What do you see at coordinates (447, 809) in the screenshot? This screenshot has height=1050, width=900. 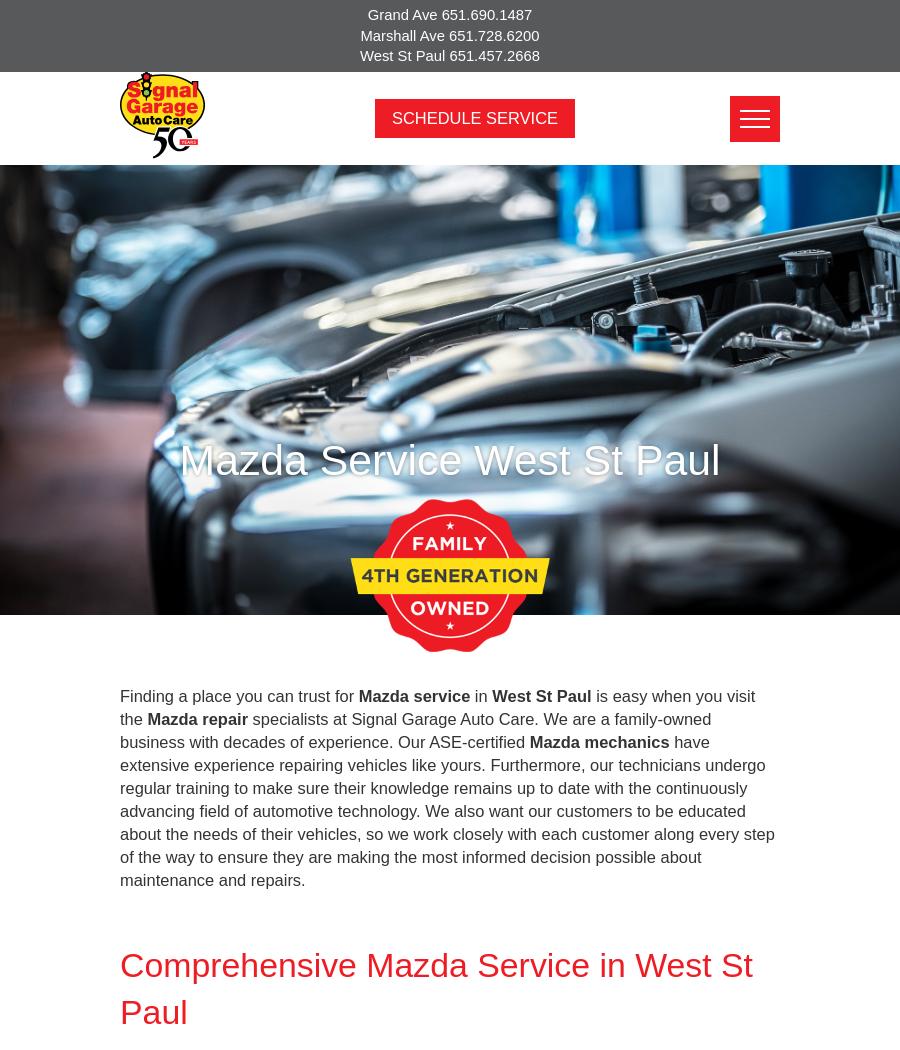 I see `'have extensive experience repairing vehicles like yours. Furthermore, our technicians undergo regular training to make sure their knowledge remains up to date with the continuously advancing field of automotive technology. We also want our customers to be educated about the needs of their vehicles, so we work closely with each customer along every step of the way to ensure they are making the most informed decision possible about maintenance and repairs.'` at bounding box center [447, 809].